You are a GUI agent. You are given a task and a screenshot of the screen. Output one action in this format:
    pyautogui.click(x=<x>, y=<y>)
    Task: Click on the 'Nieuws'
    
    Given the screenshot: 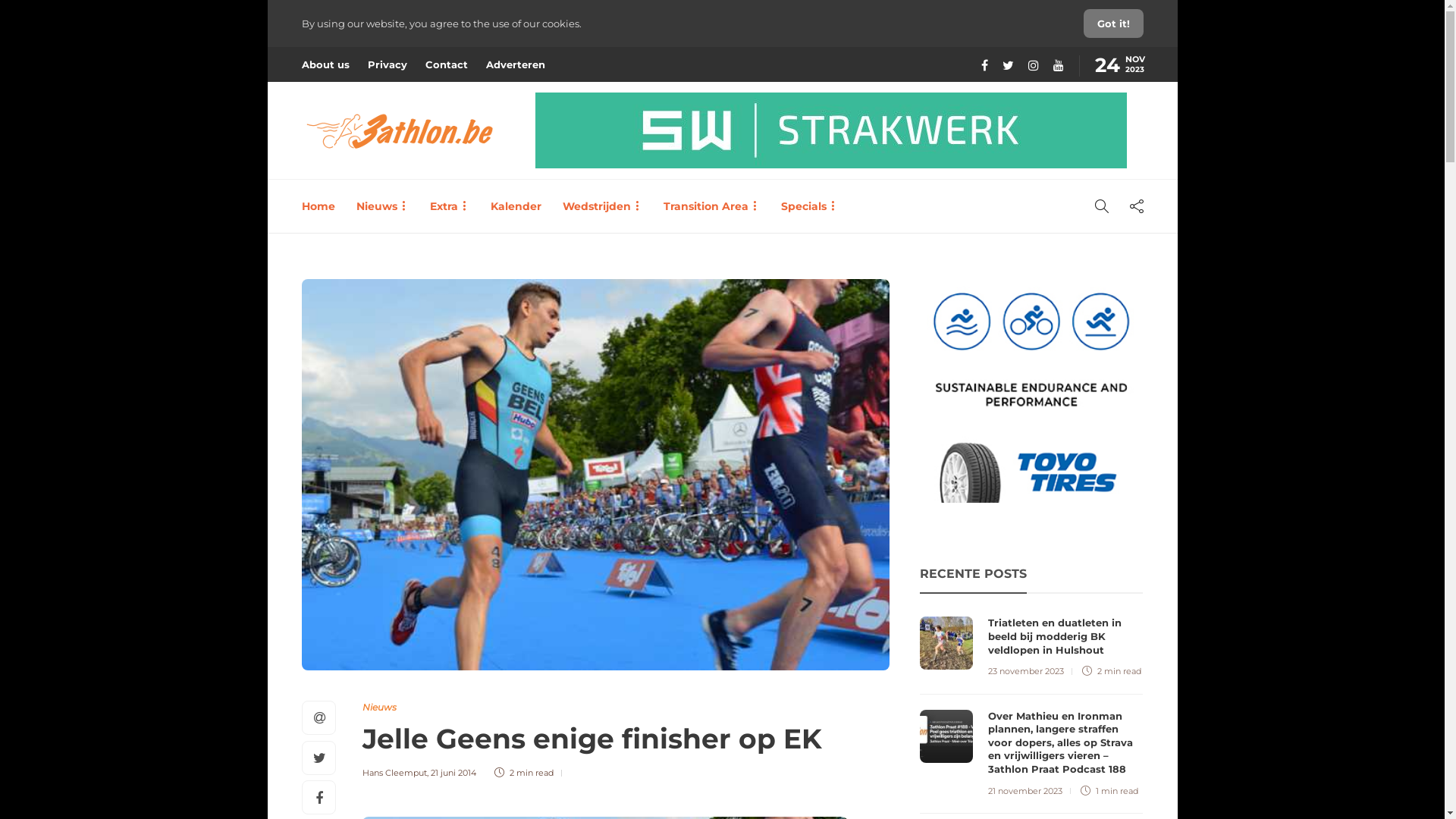 What is the action you would take?
    pyautogui.click(x=379, y=707)
    